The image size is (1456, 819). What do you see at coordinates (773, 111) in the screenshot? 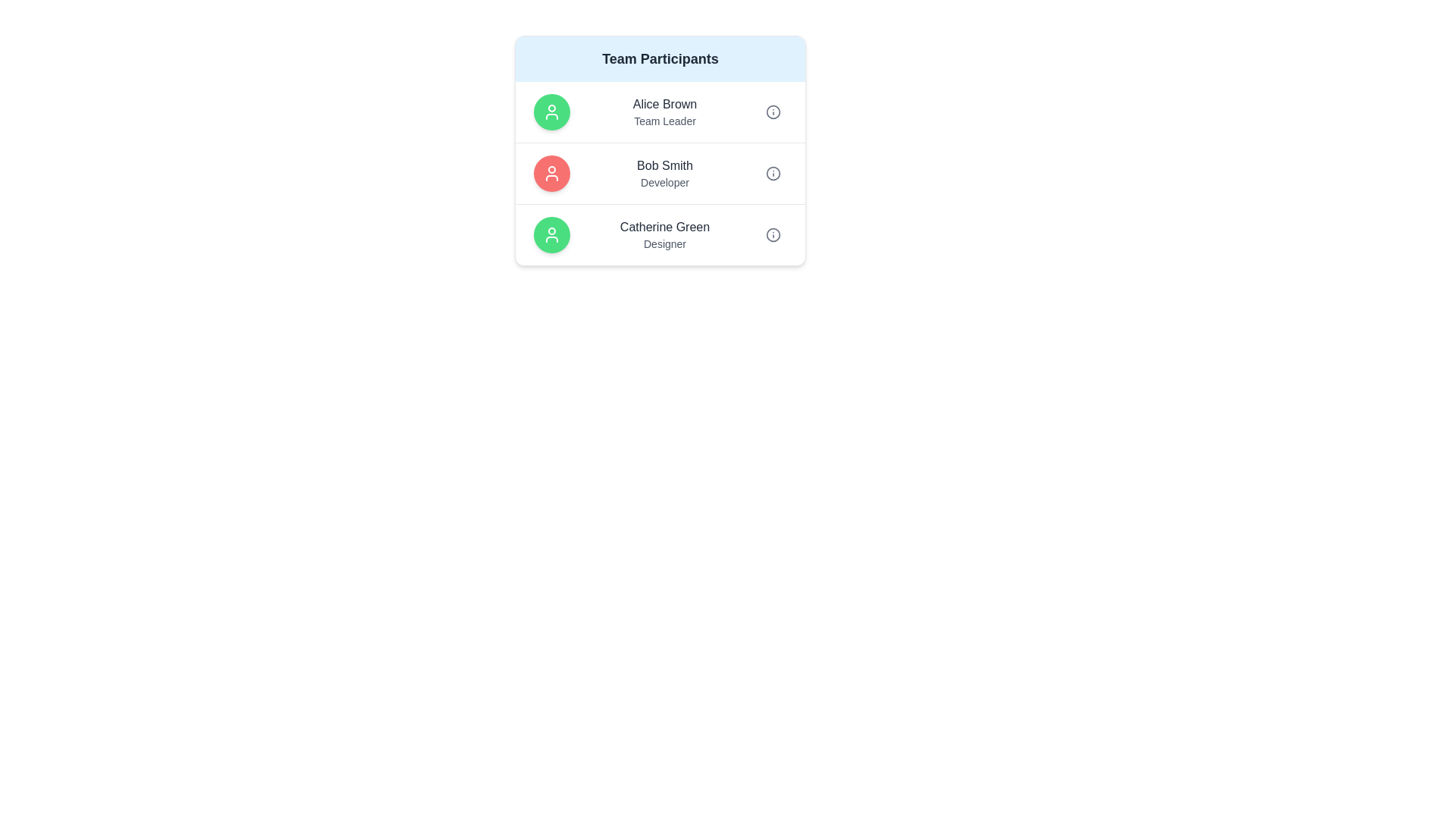
I see `the button located to the right of the text 'Alice Brown' and 'Team Leader'` at bounding box center [773, 111].